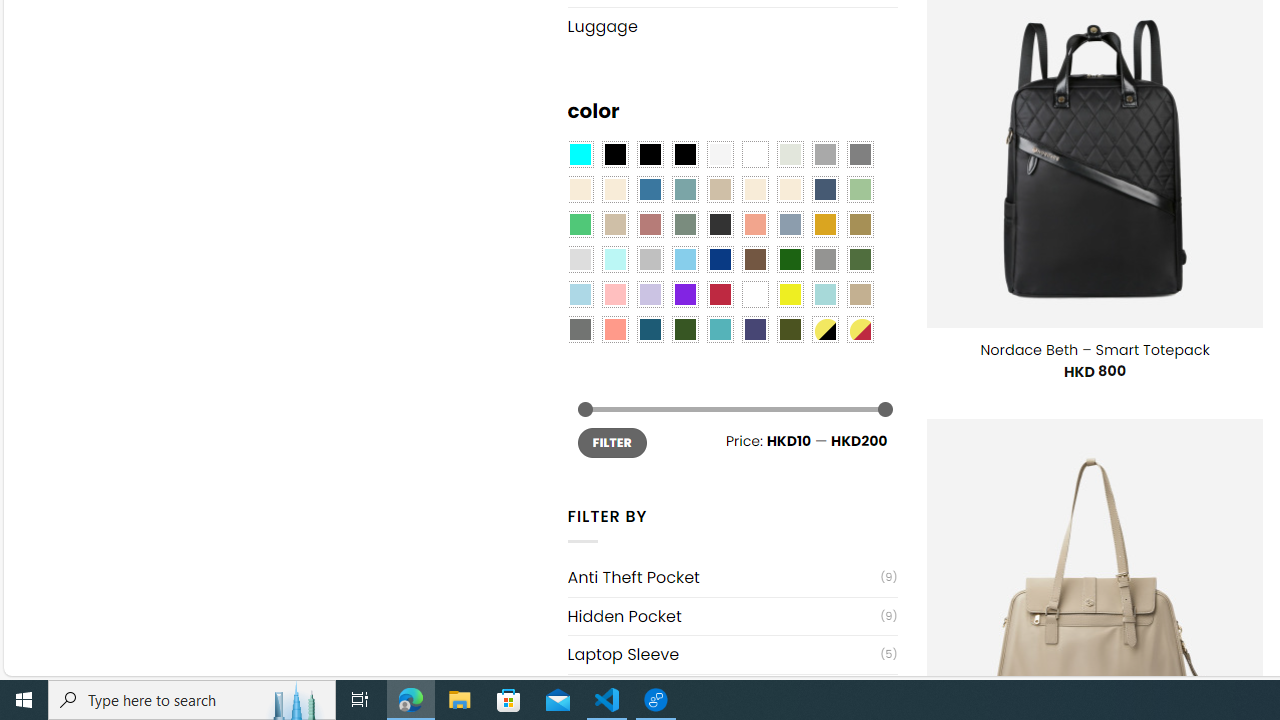 The width and height of the screenshot is (1280, 720). Describe the element at coordinates (614, 258) in the screenshot. I see `'Mint'` at that location.